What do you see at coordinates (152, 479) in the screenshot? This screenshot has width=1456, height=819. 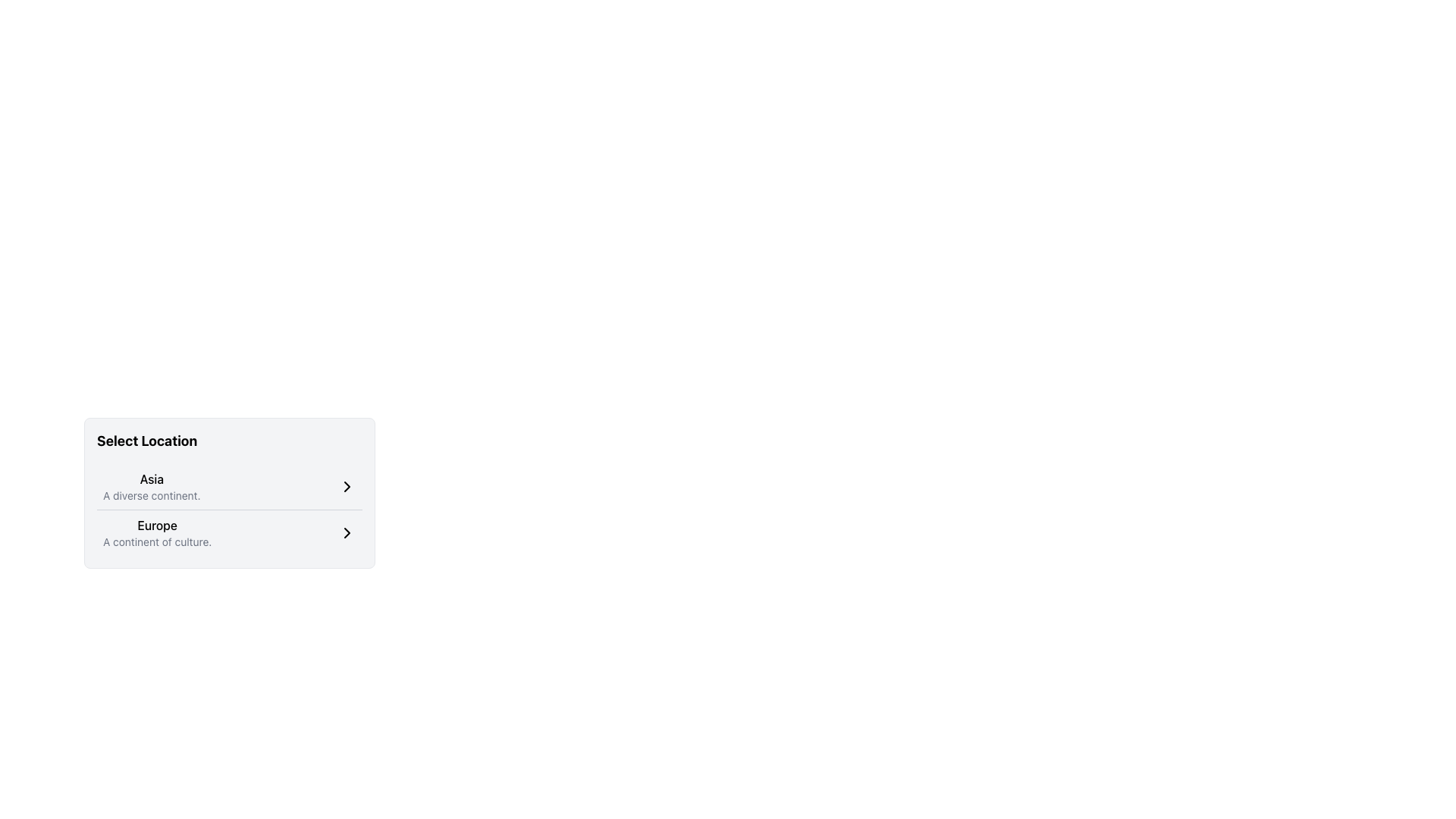 I see `the text label 'Asia' which is the first item in the vertical menu under 'Select Location'` at bounding box center [152, 479].